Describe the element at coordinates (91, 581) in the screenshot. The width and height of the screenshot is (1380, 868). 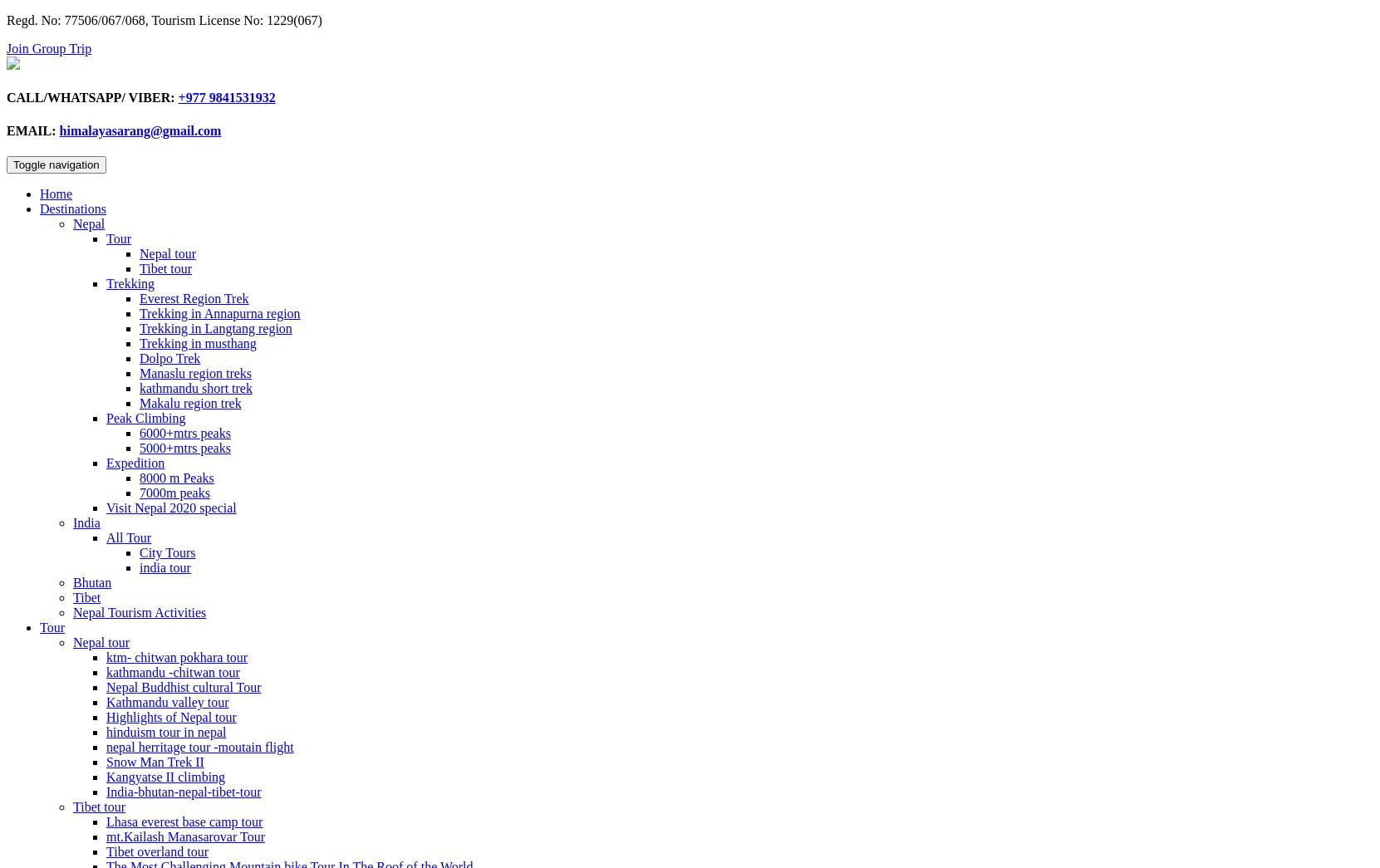
I see `'Bhutan'` at that location.